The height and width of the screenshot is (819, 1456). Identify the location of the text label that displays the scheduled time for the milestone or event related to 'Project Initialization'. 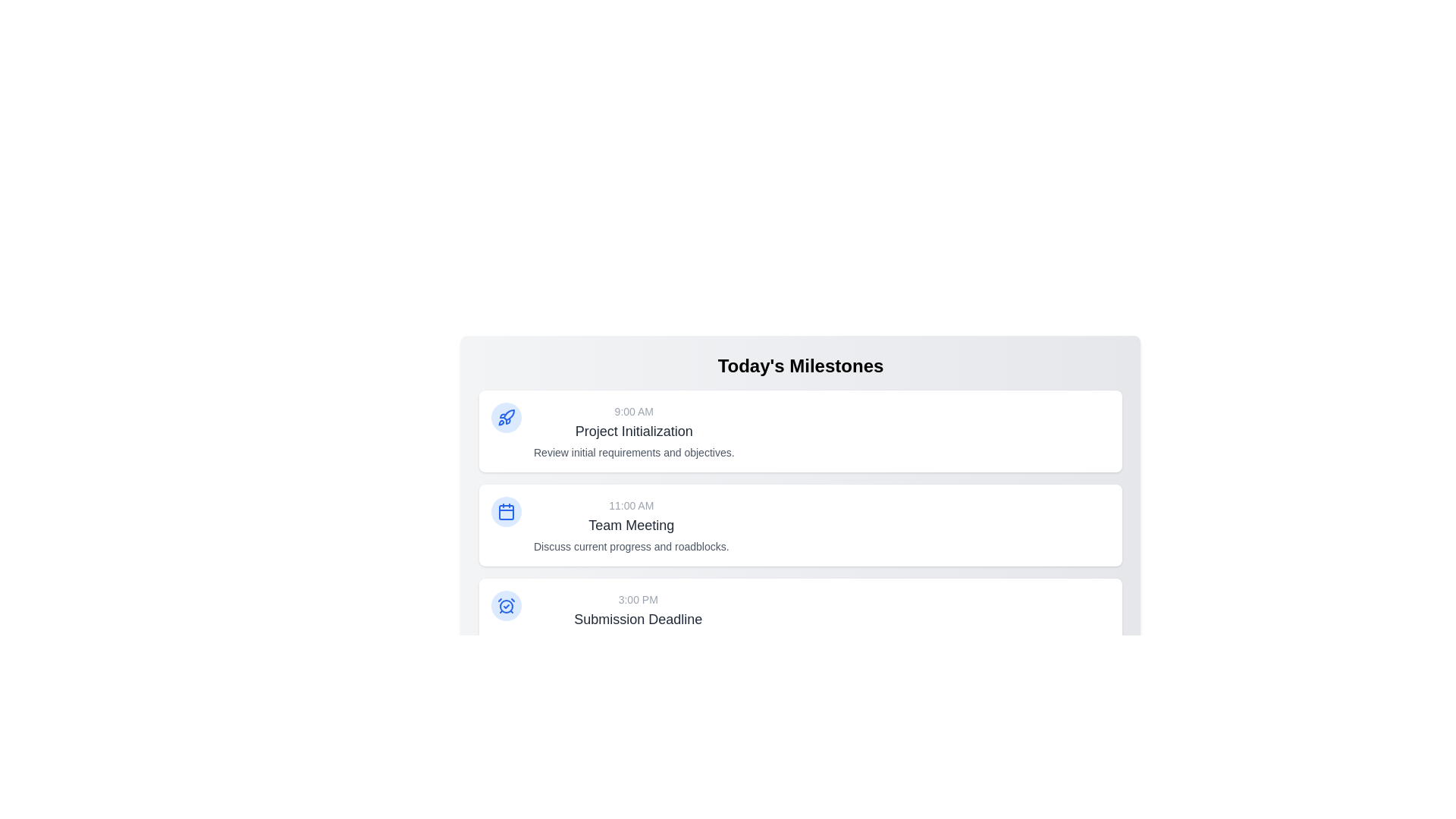
(634, 412).